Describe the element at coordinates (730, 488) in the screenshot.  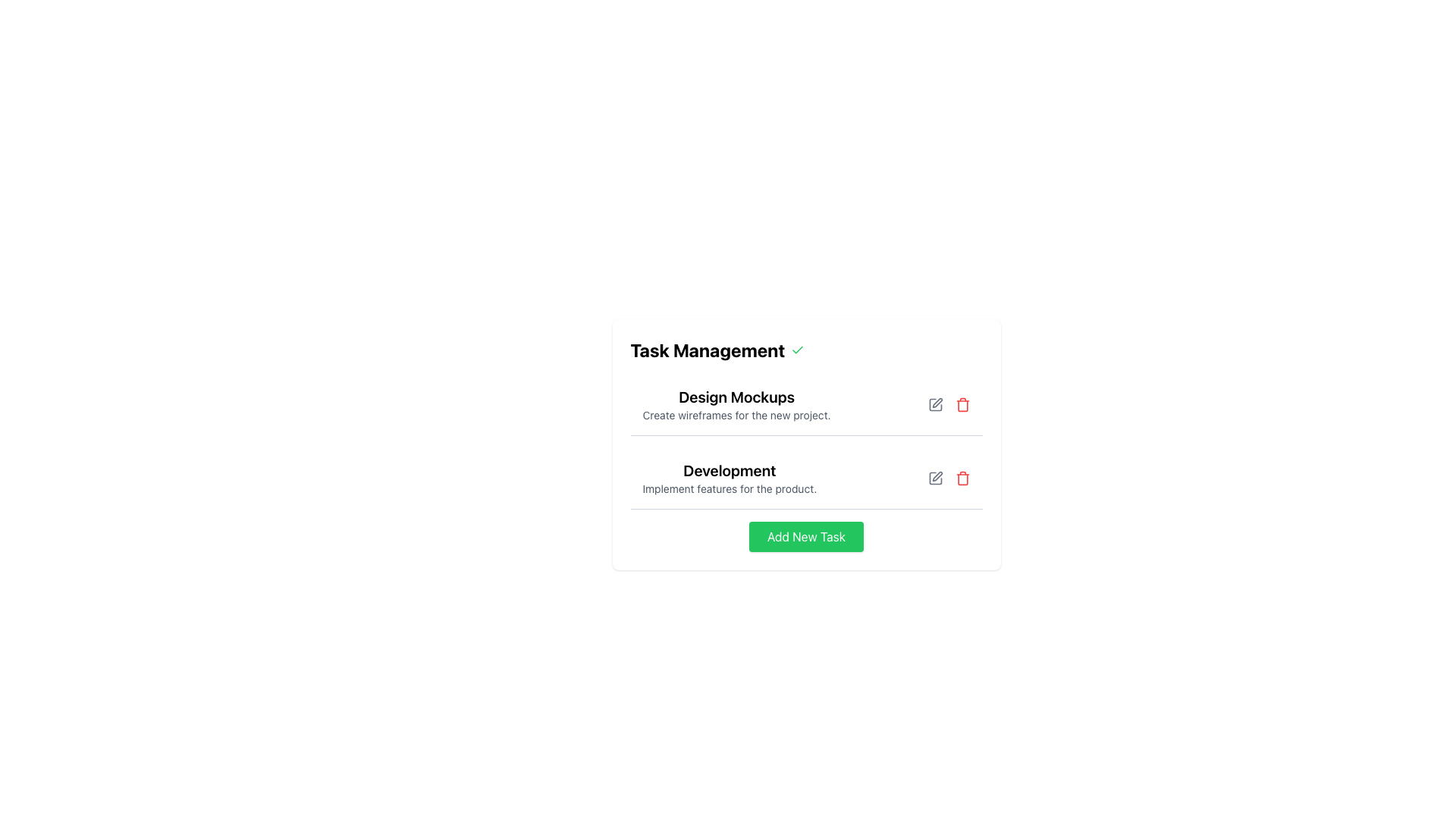
I see `the text description element providing details about the task labeled 'Development', located under 'Task Management'` at that location.